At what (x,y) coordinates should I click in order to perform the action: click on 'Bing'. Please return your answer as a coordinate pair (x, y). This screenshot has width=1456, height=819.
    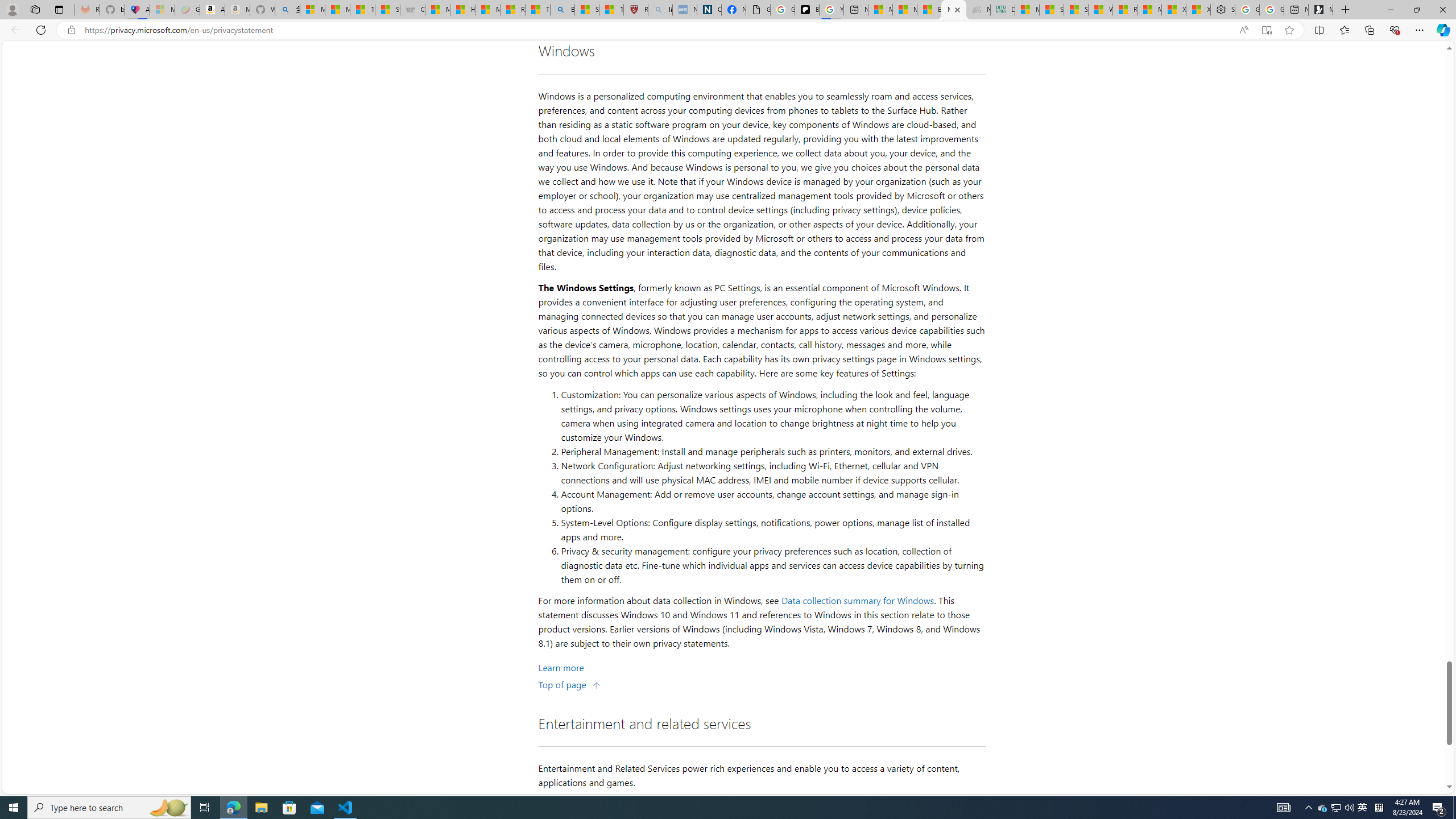
    Looking at the image, I should click on (562, 9).